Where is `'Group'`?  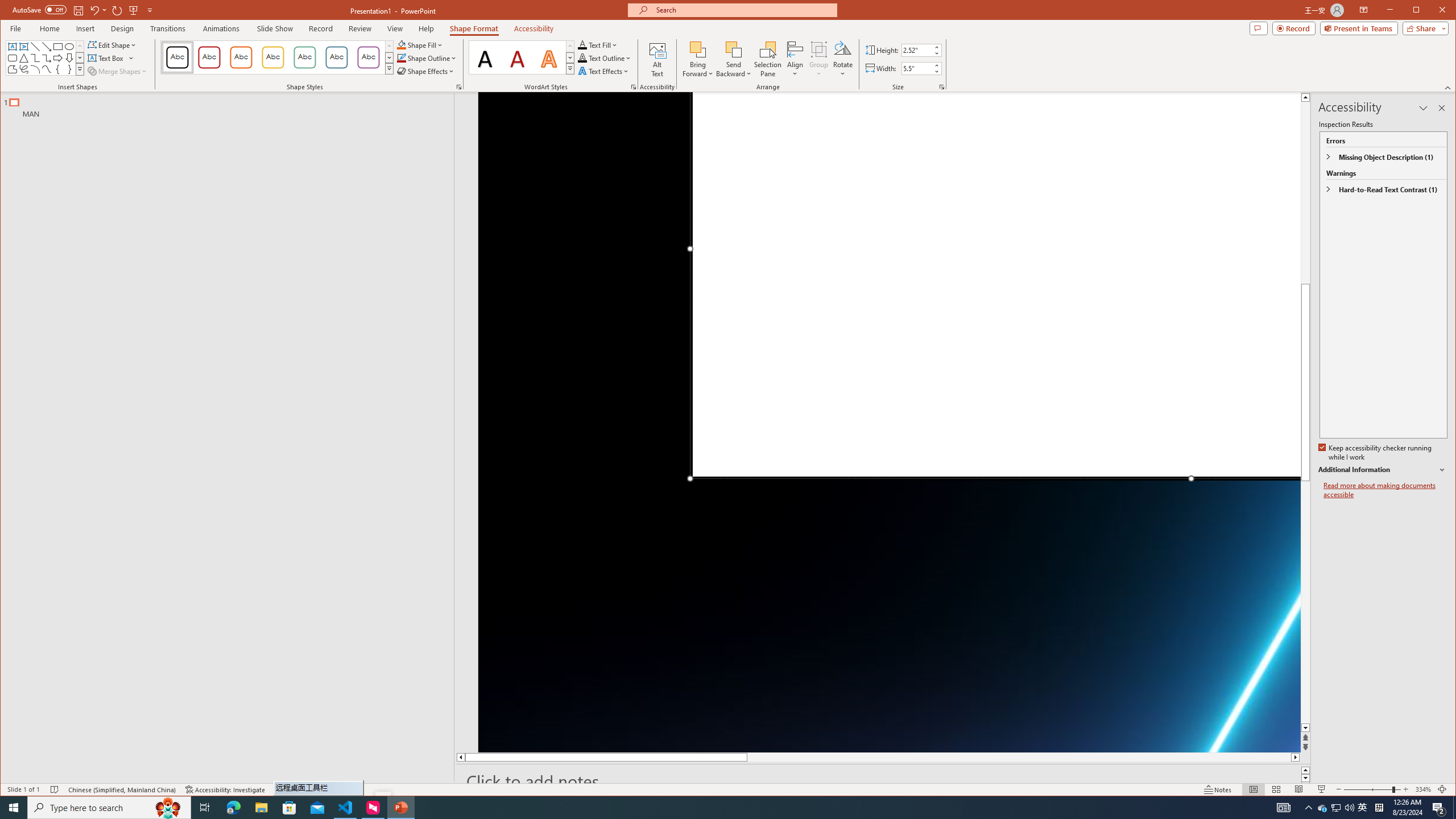
'Group' is located at coordinates (818, 59).